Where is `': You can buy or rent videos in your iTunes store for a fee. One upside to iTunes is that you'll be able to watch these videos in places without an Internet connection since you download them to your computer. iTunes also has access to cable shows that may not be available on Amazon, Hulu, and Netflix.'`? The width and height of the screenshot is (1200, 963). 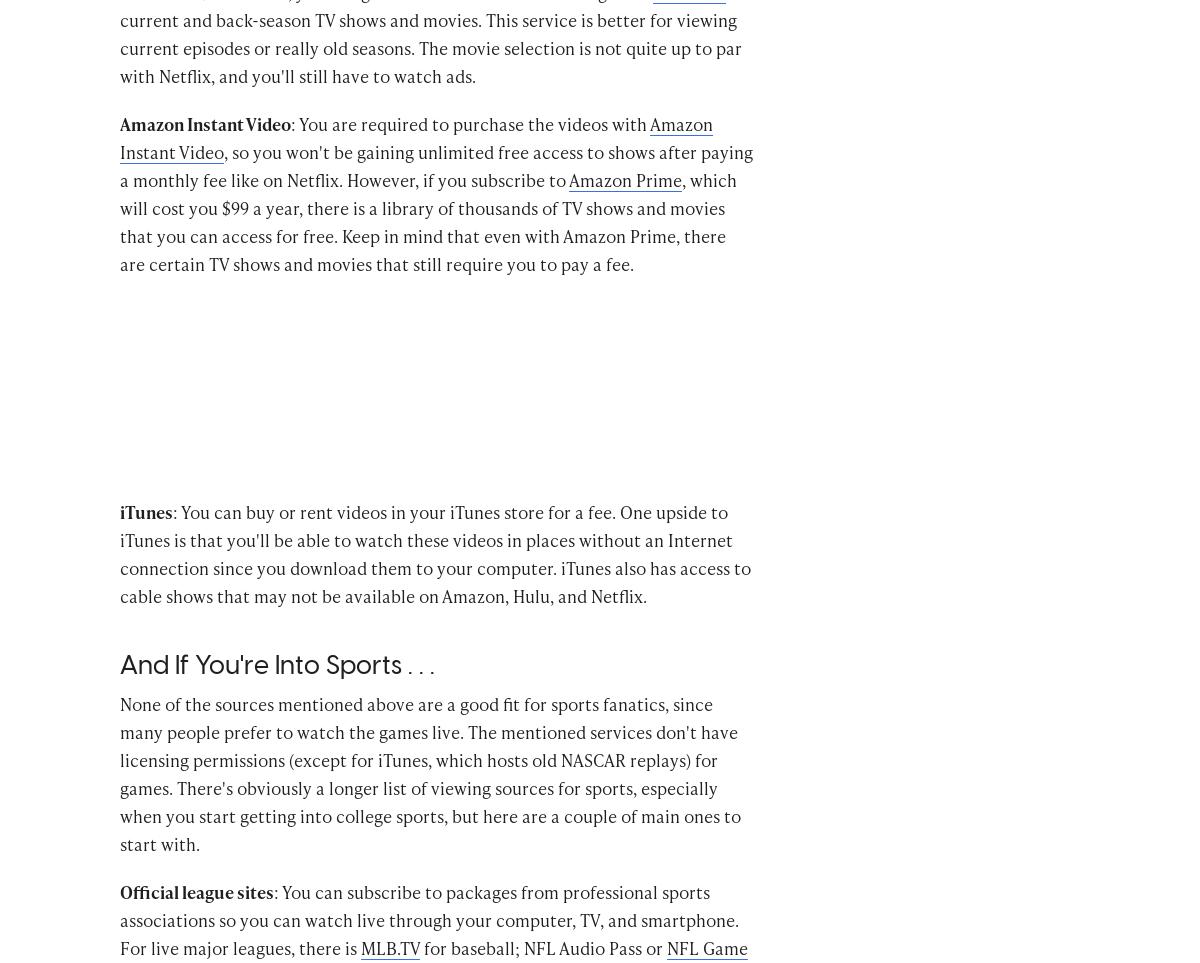 ': You can buy or rent videos in your iTunes store for a fee. One upside to iTunes is that you'll be able to watch these videos in places without an Internet connection since you download them to your computer. iTunes also has access to cable shows that may not be available on Amazon, Hulu, and Netflix.' is located at coordinates (435, 583).